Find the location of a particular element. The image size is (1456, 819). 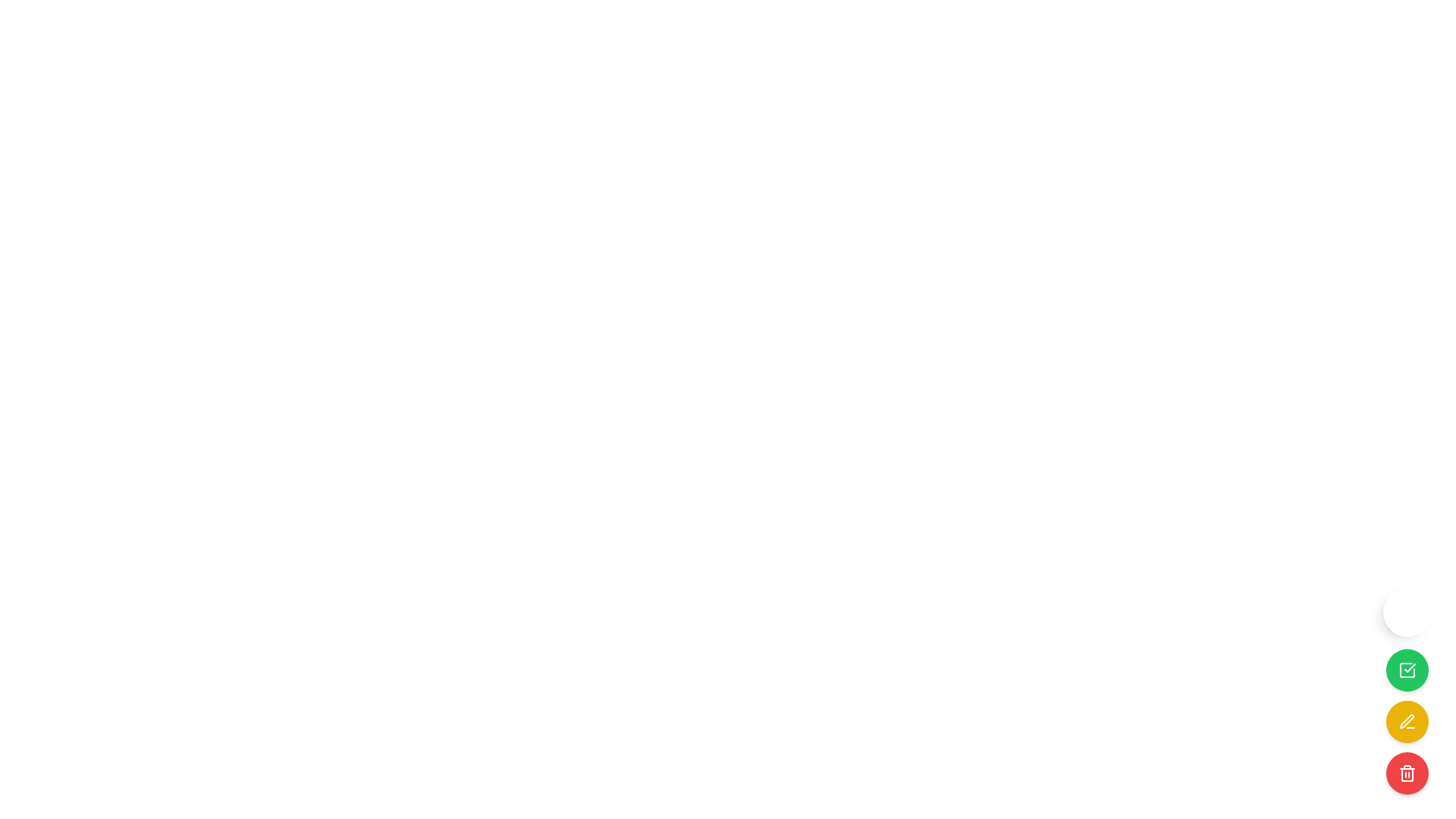

the small yellow circular button with a pen icon to initiate the edit action is located at coordinates (1407, 721).